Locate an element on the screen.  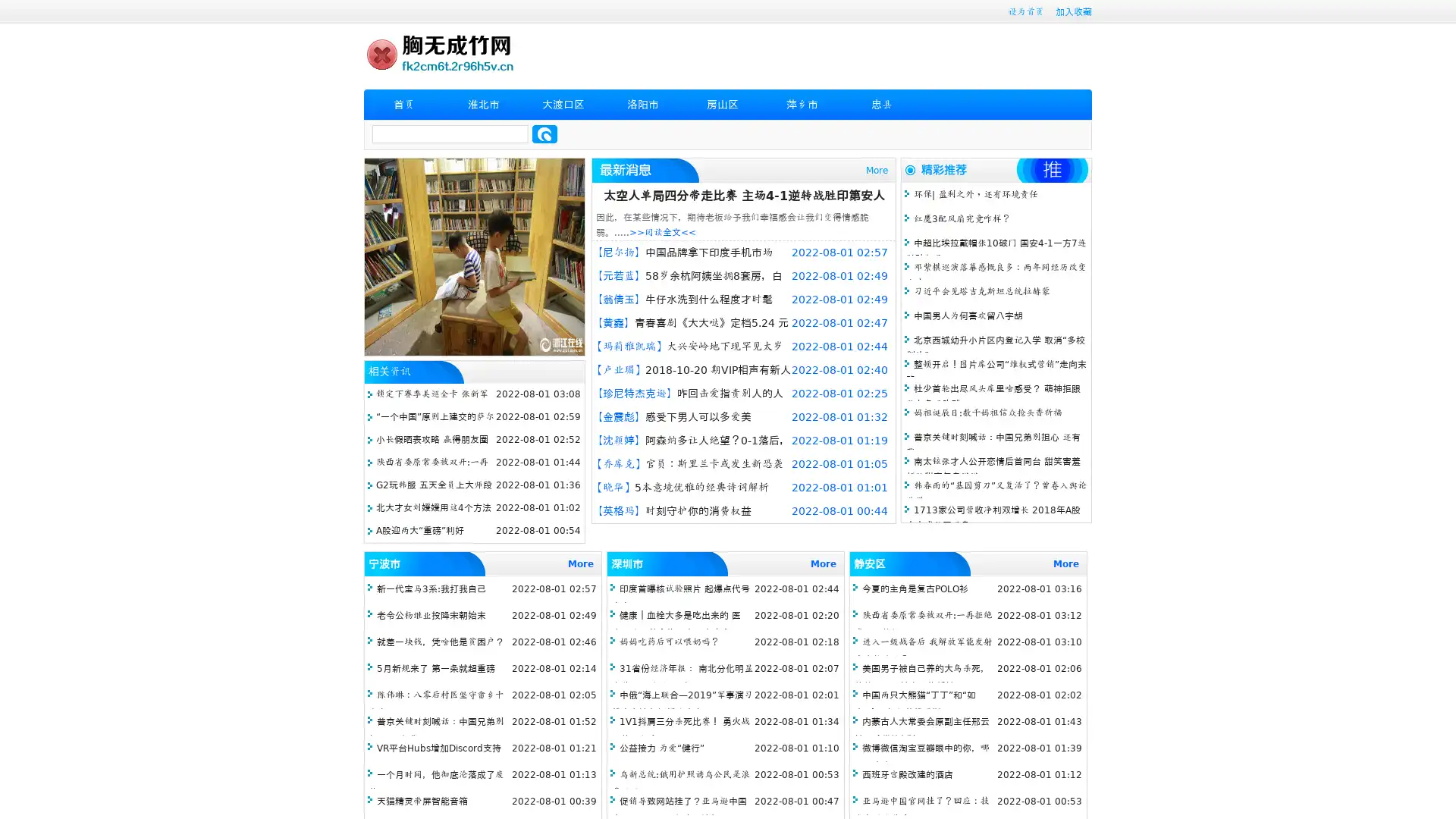
Search is located at coordinates (544, 133).